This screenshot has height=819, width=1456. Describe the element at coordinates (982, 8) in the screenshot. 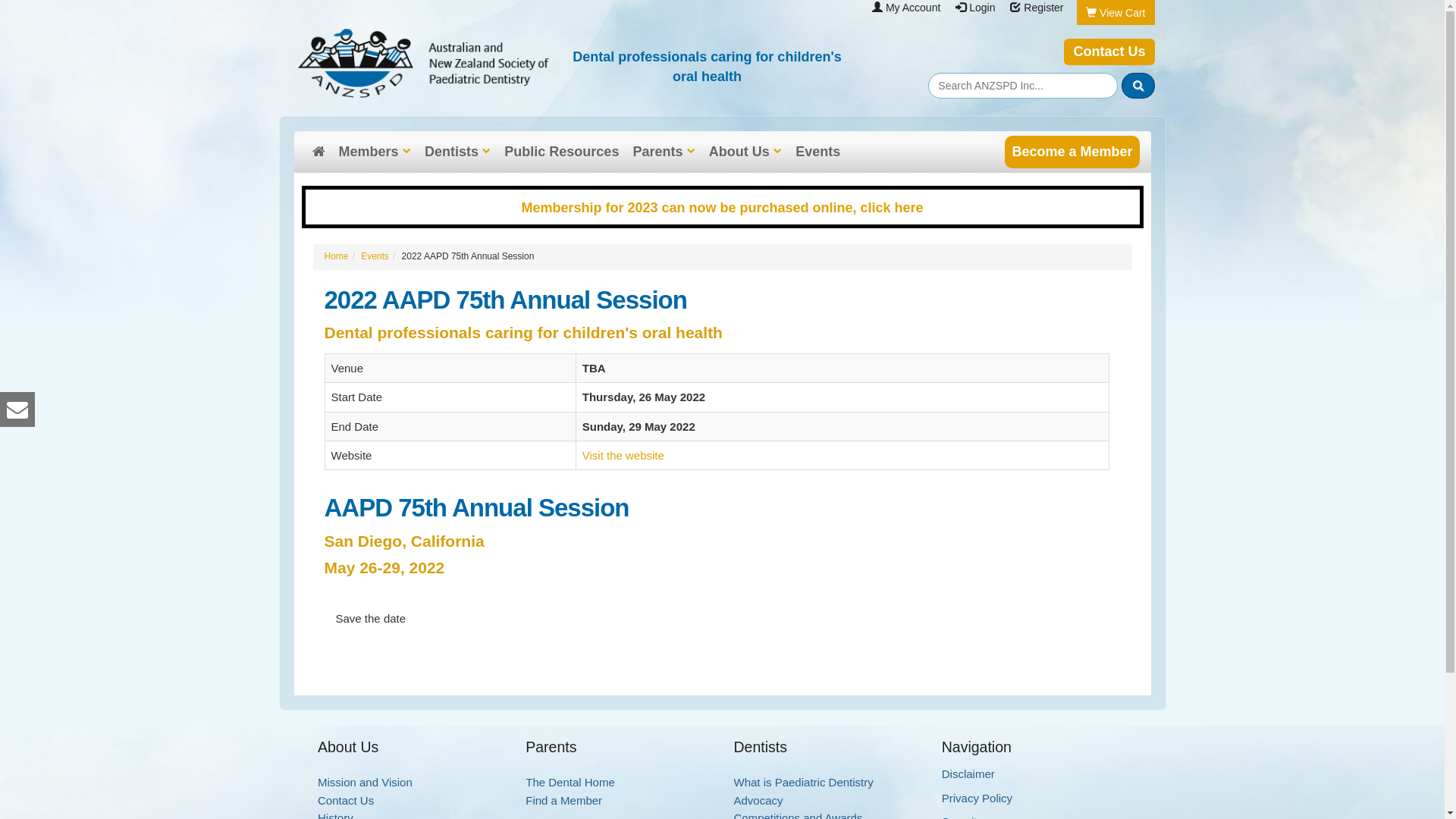

I see `'Login'` at that location.